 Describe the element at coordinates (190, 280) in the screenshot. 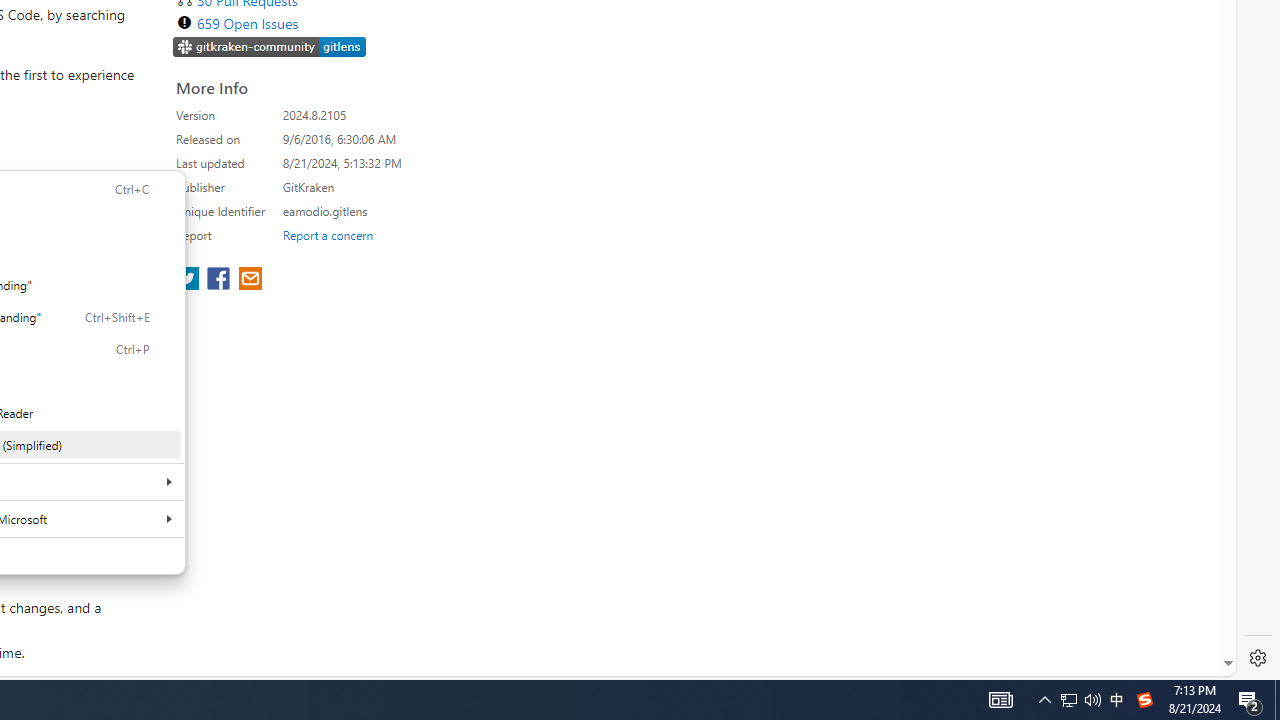

I see `'share extension on twitter'` at that location.